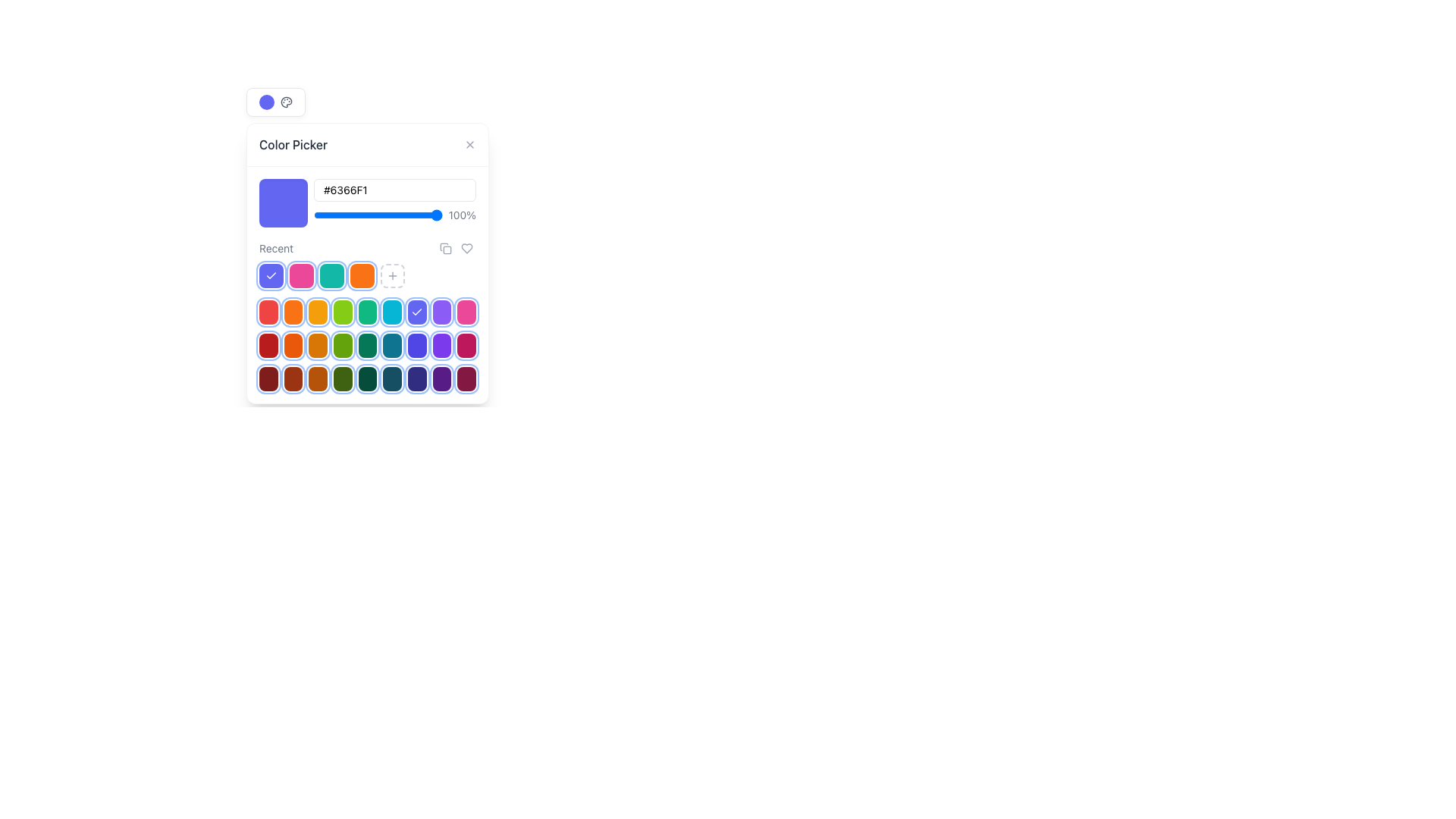  What do you see at coordinates (392, 378) in the screenshot?
I see `the sixth icon in the horizontal grid of color picker tools, which has a dark teal background and rounded corners` at bounding box center [392, 378].